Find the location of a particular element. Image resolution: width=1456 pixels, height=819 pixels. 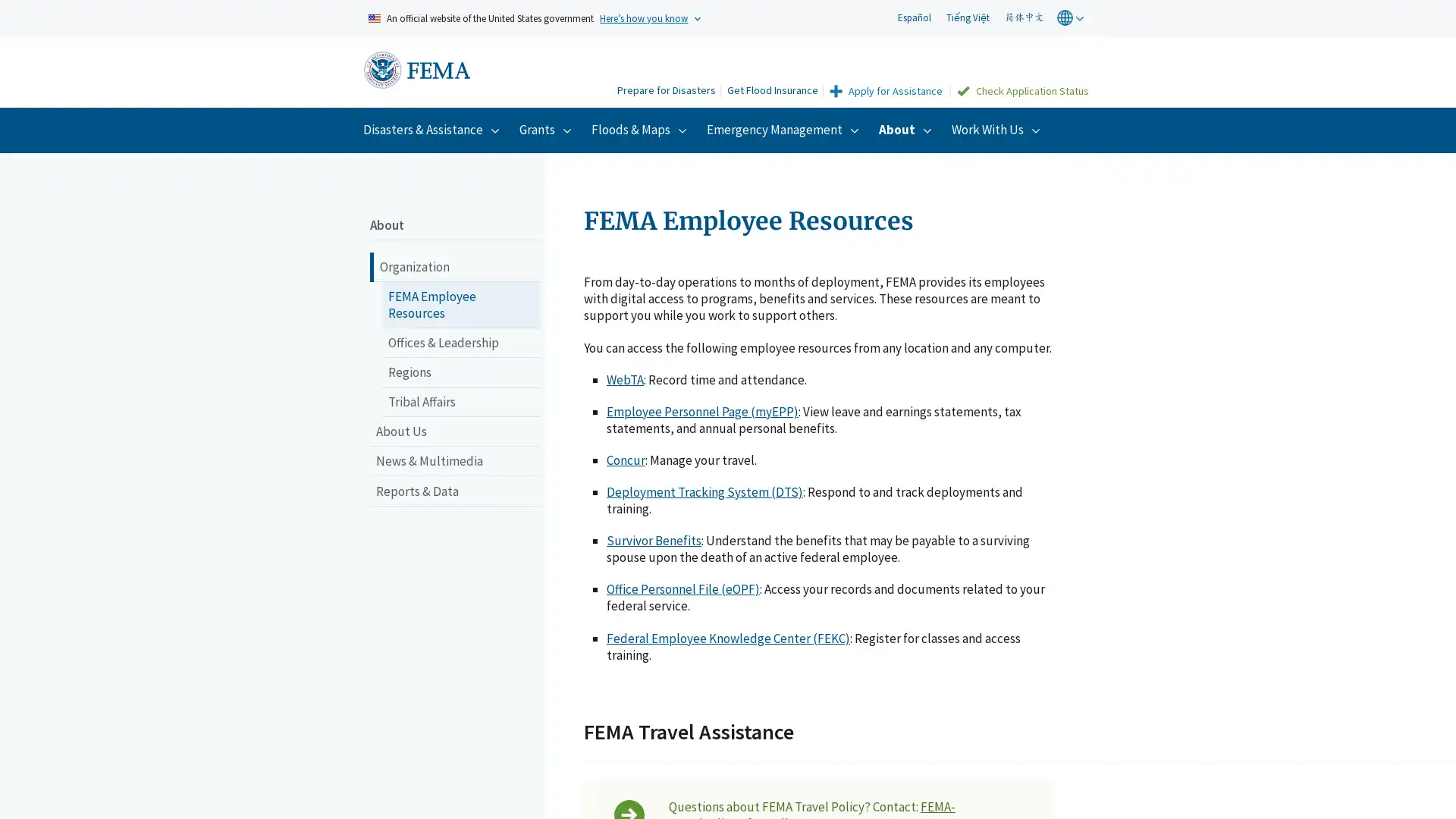

Disasters & Assistance is located at coordinates (432, 128).